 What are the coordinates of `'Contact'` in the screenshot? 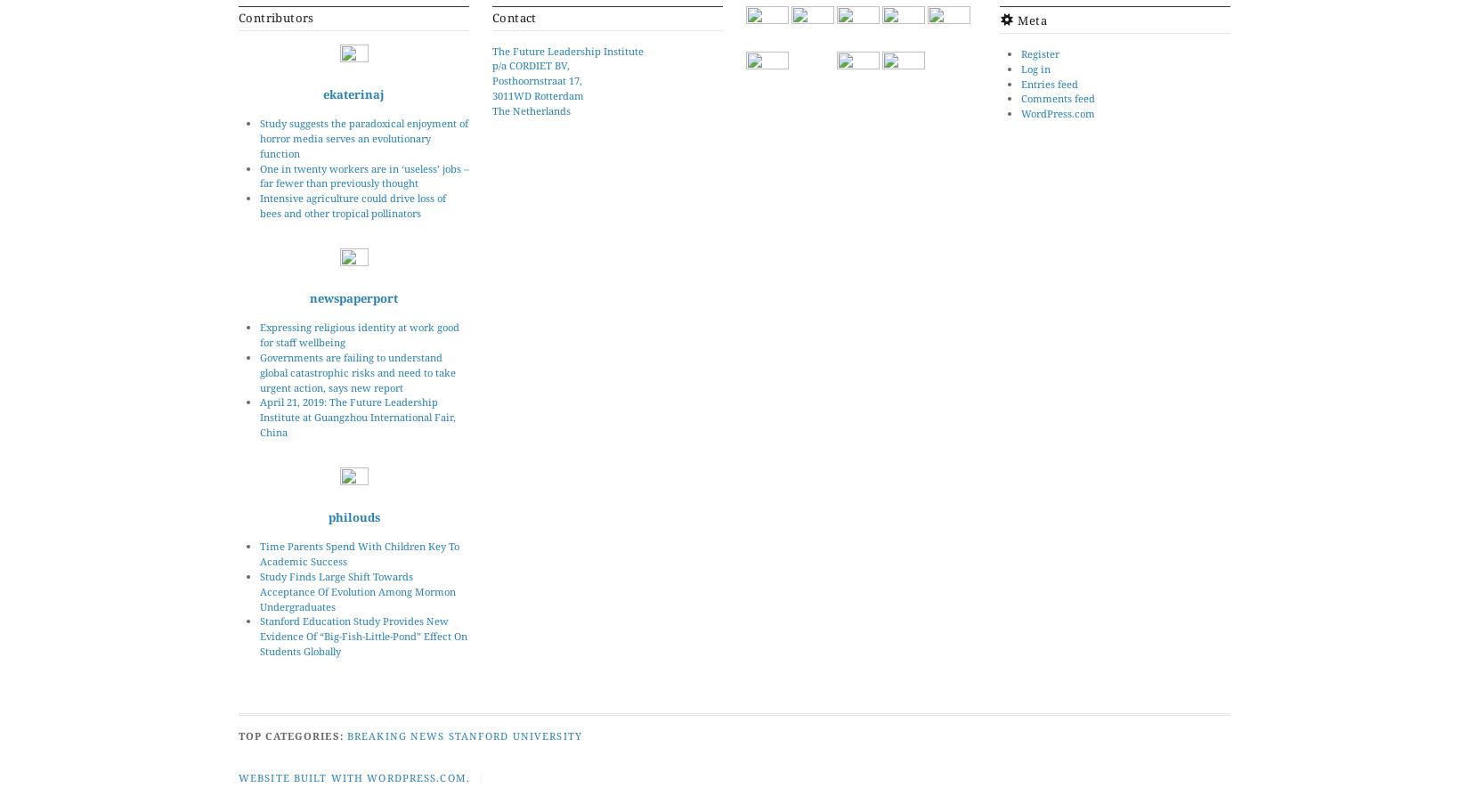 It's located at (513, 17).